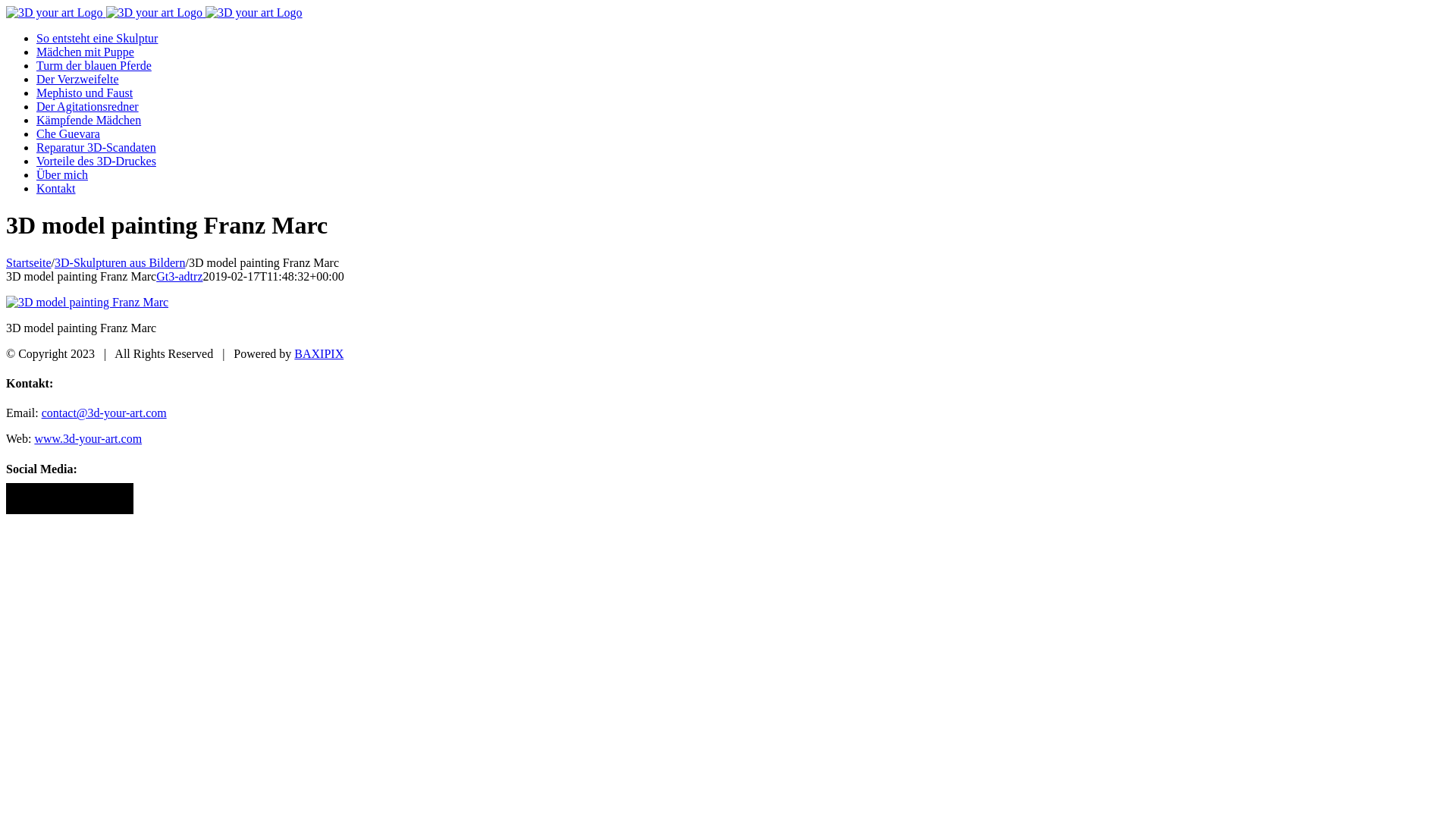 The image size is (1456, 819). Describe the element at coordinates (318, 353) in the screenshot. I see `'BAXIPIX'` at that location.